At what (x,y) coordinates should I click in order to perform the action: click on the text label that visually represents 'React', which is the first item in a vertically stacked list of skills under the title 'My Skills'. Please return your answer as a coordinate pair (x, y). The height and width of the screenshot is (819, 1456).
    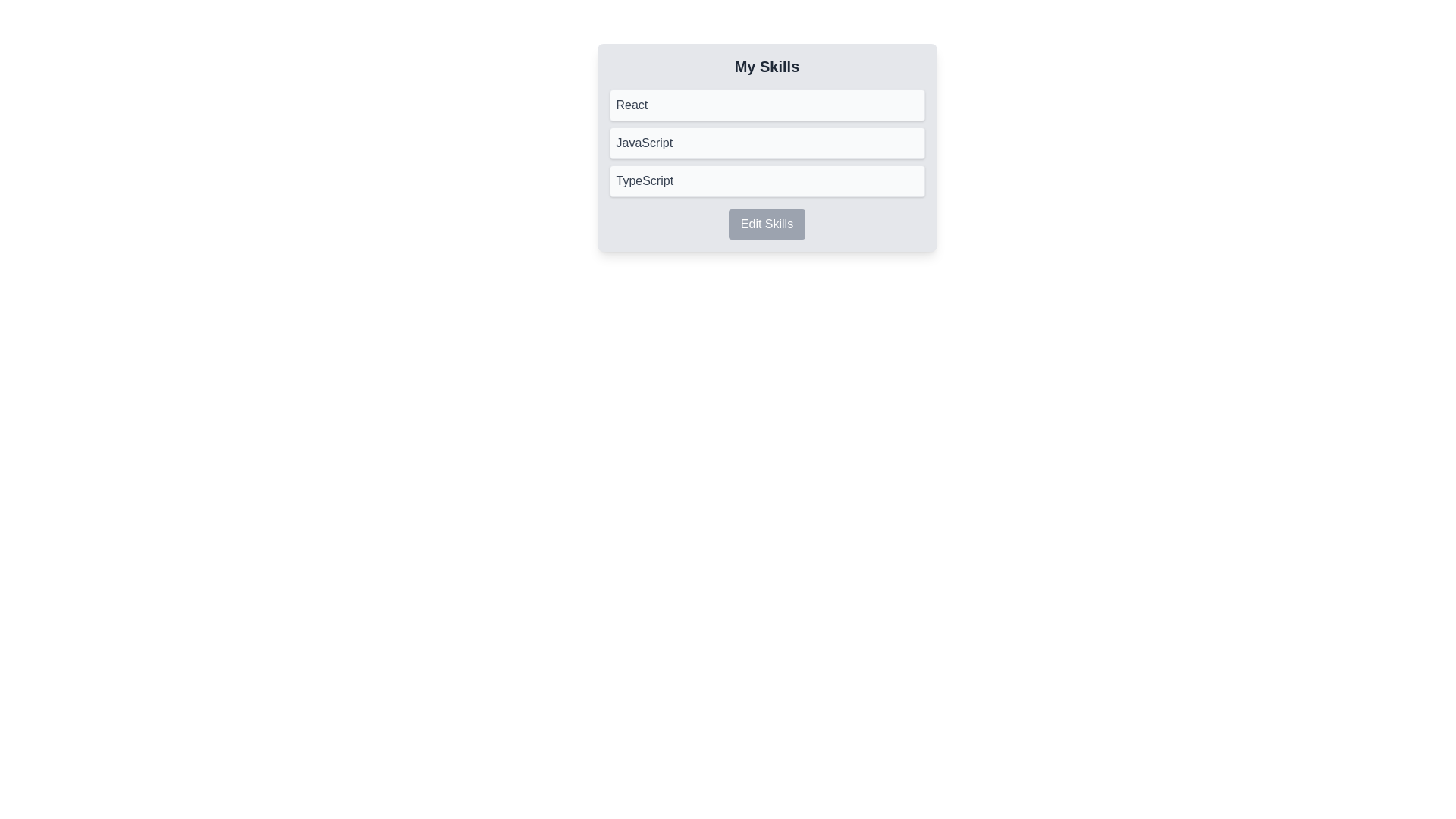
    Looking at the image, I should click on (632, 104).